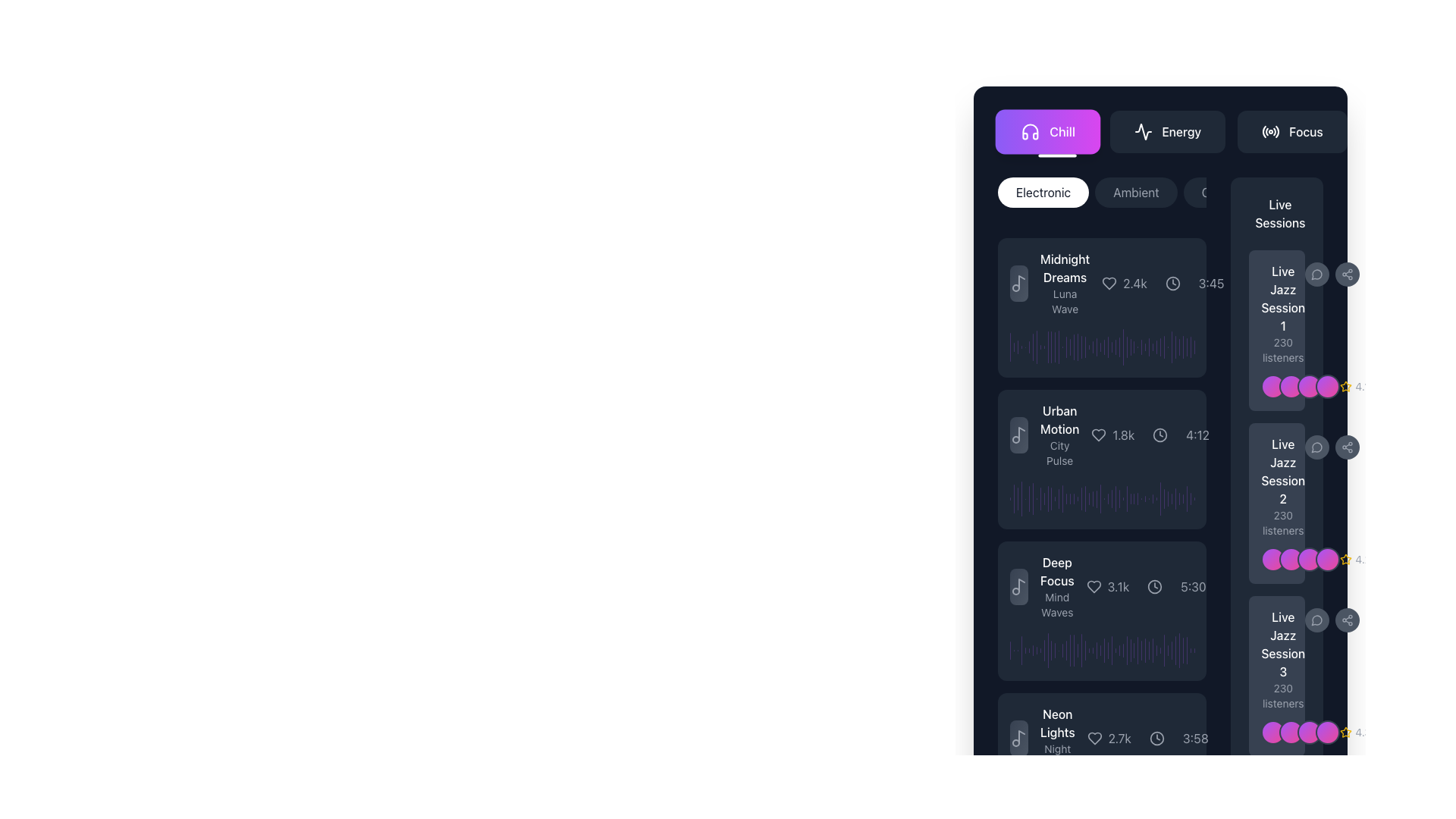  I want to click on the 'Energy' button located in the middle of a navigation bar with buttons 'Chill', 'Energy', and 'Focus', so click(1167, 130).